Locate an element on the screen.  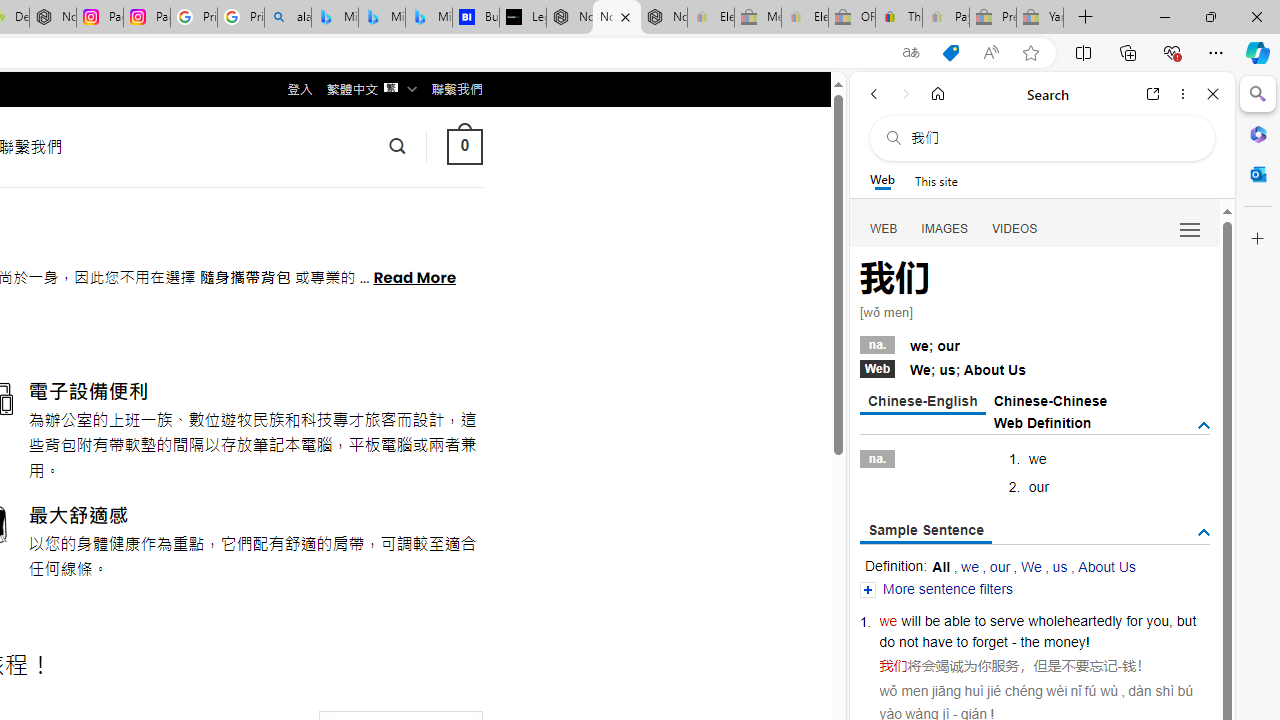
'Us' is located at coordinates (1017, 370).